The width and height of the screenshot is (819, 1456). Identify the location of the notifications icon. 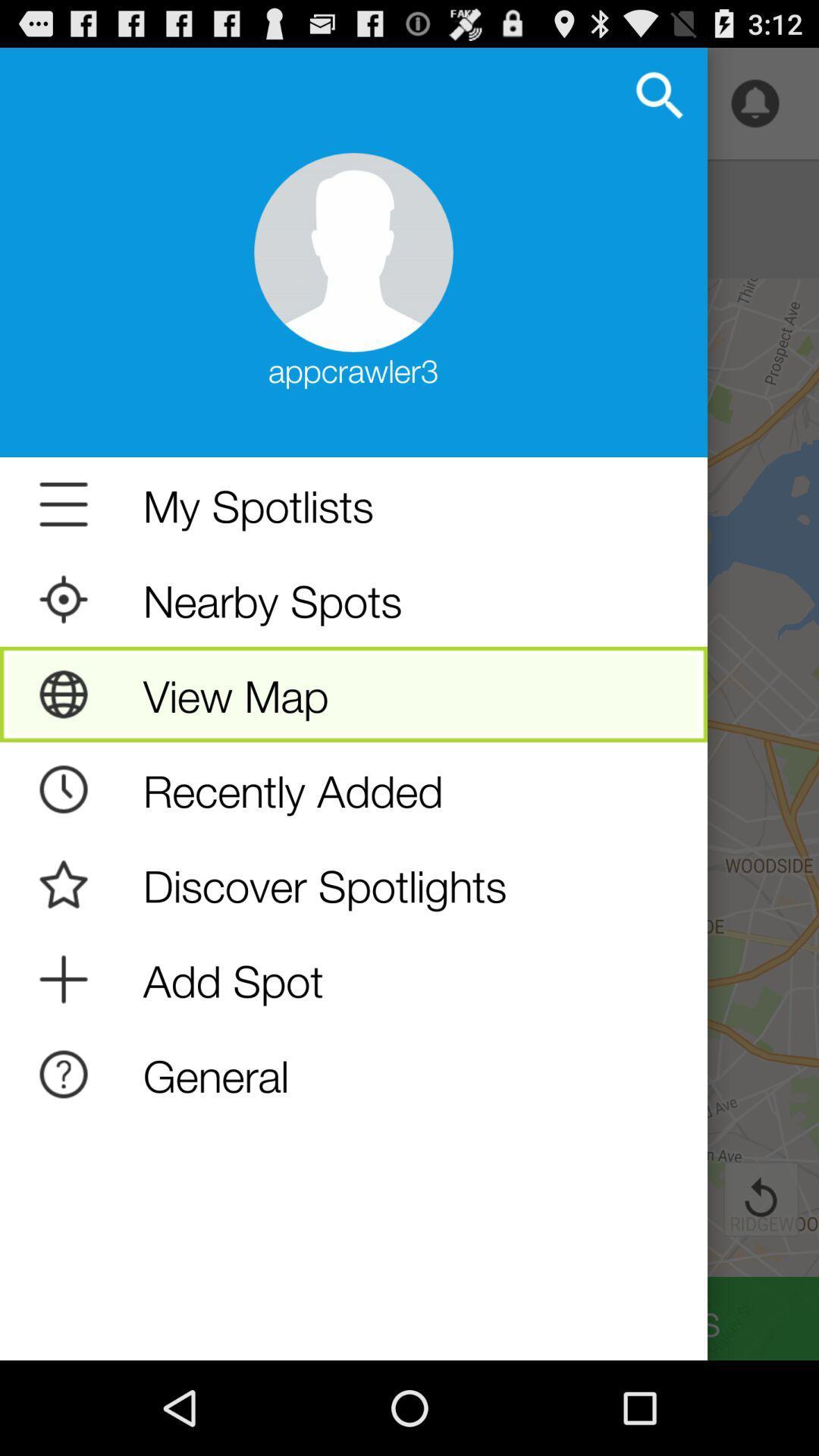
(755, 110).